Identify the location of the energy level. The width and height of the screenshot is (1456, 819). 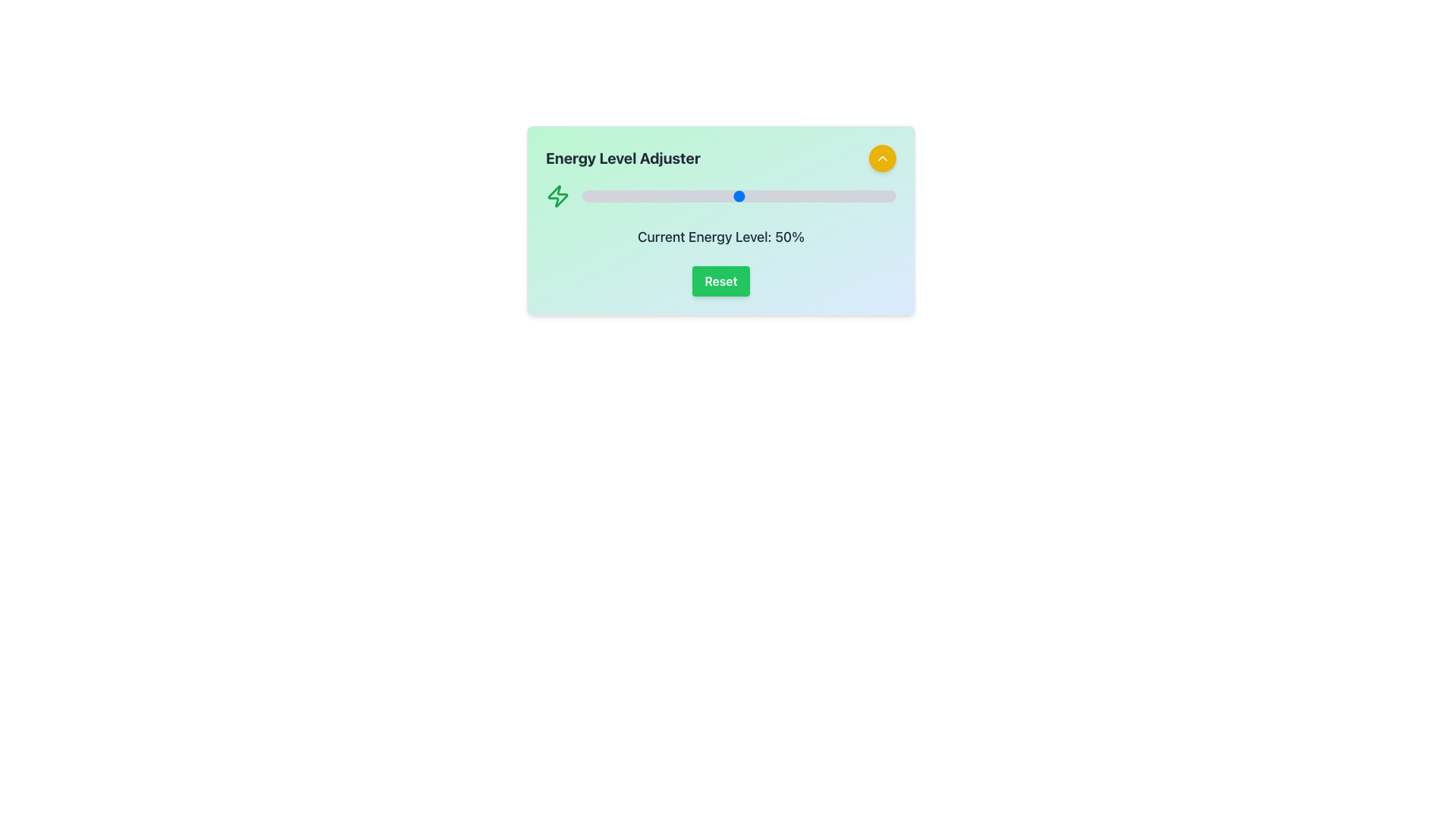
(807, 195).